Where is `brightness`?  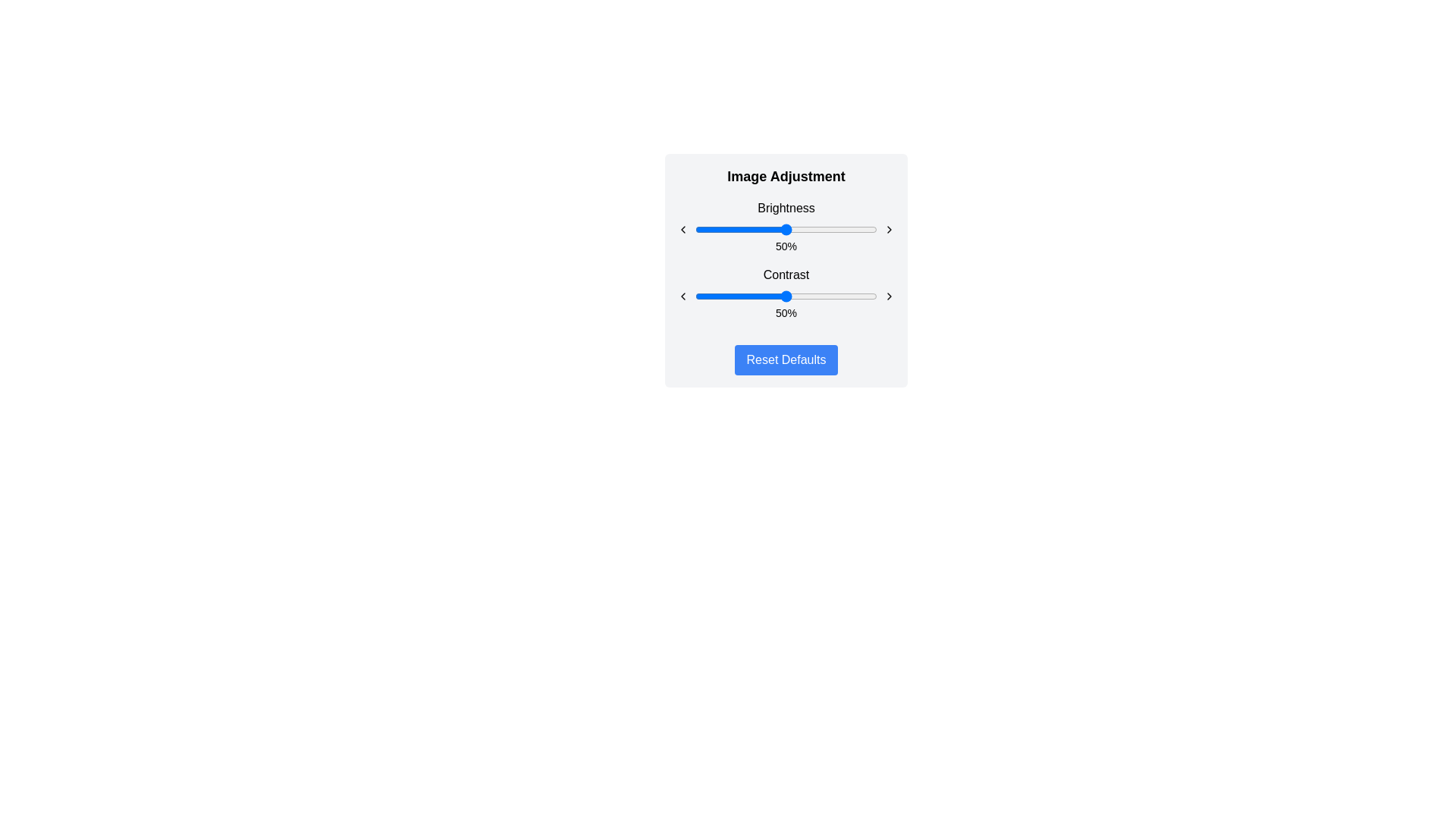
brightness is located at coordinates (742, 230).